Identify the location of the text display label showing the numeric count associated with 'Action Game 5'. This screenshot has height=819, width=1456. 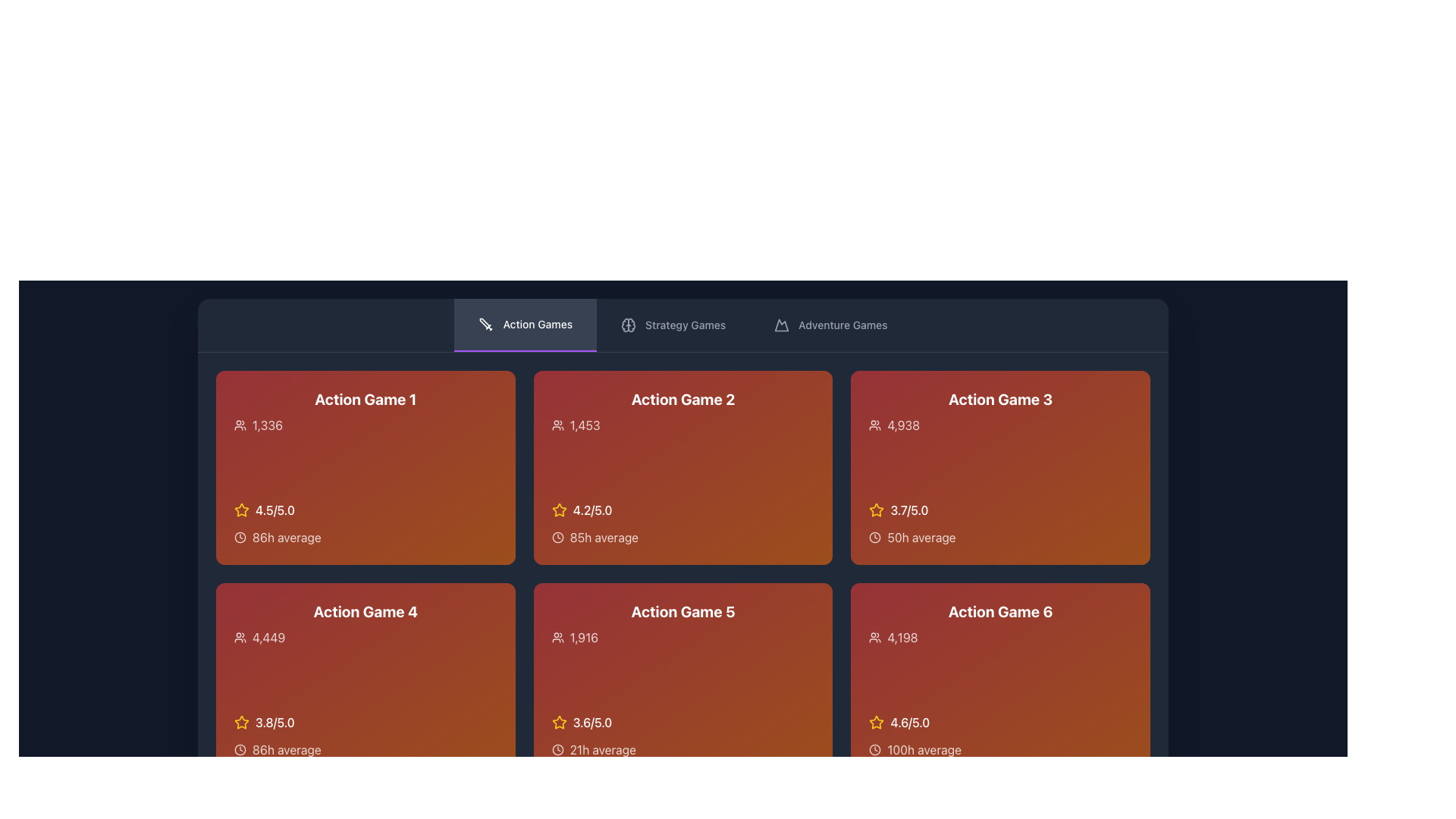
(682, 637).